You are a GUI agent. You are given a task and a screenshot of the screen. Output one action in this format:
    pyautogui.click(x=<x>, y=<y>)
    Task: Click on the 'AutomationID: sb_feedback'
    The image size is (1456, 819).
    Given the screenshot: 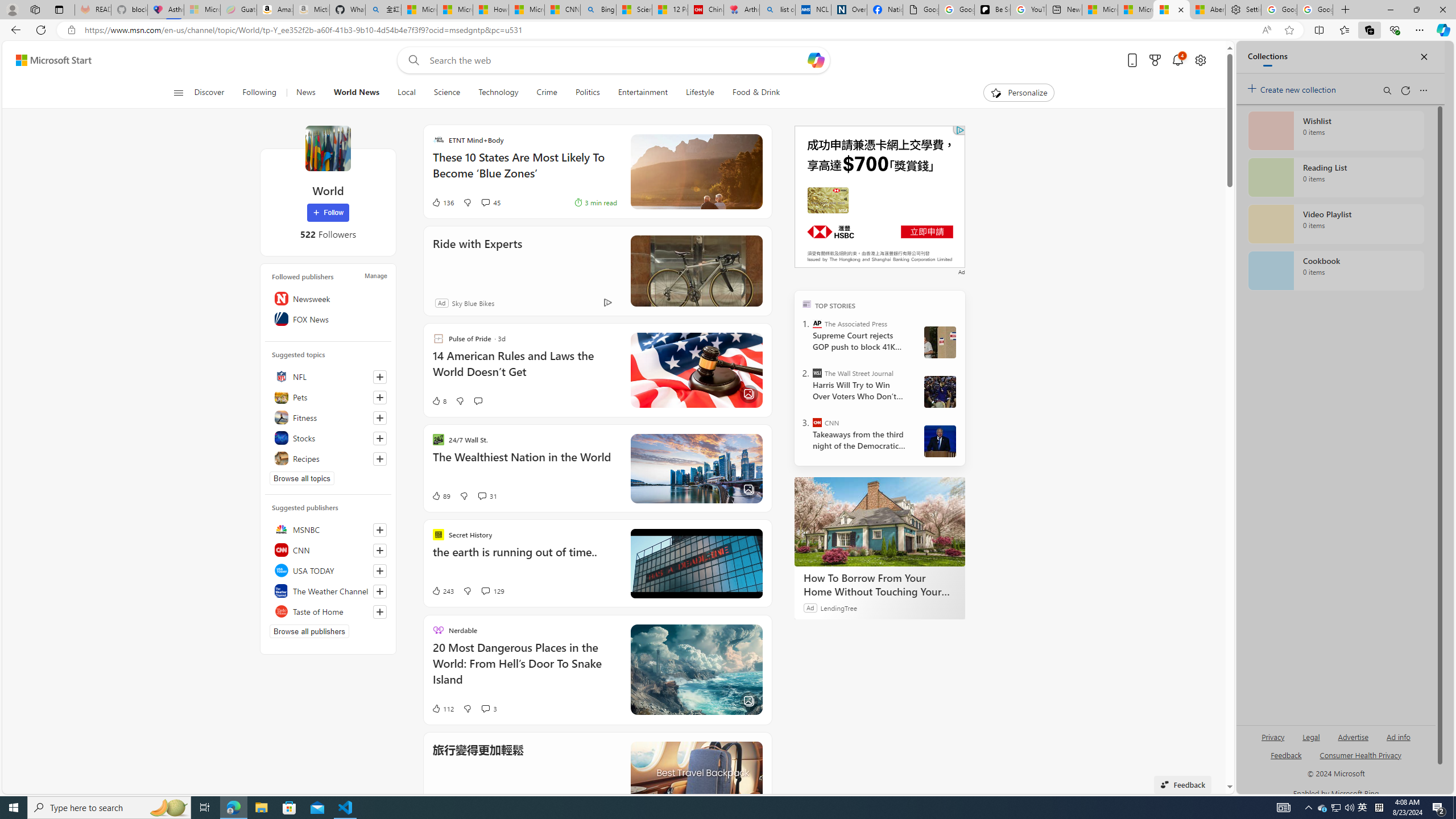 What is the action you would take?
    pyautogui.click(x=1286, y=754)
    